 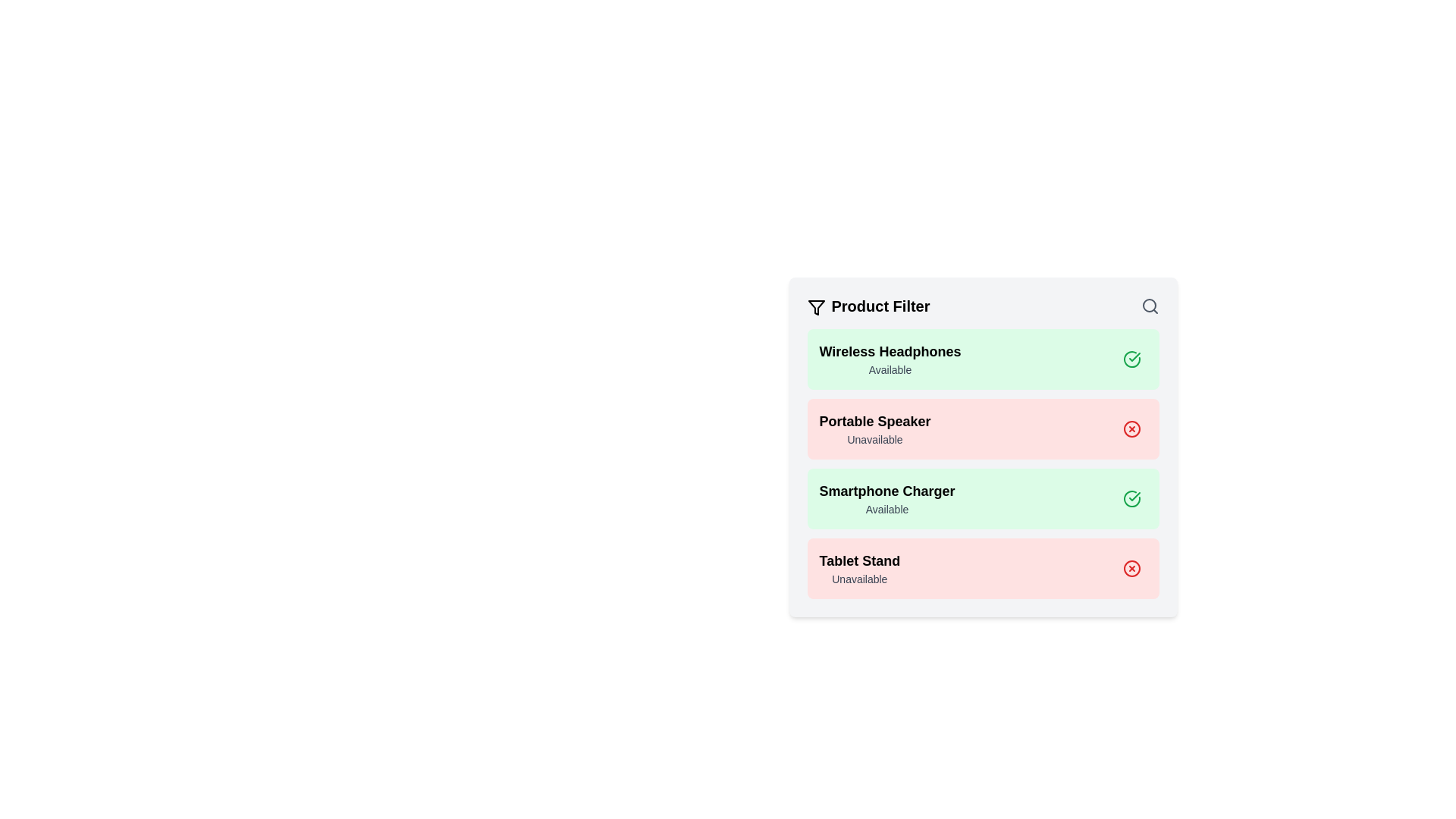 What do you see at coordinates (890, 359) in the screenshot?
I see `the text element displaying 'Wireless Headphones' with the status 'Available' in a light green background, located at the top of the product list` at bounding box center [890, 359].